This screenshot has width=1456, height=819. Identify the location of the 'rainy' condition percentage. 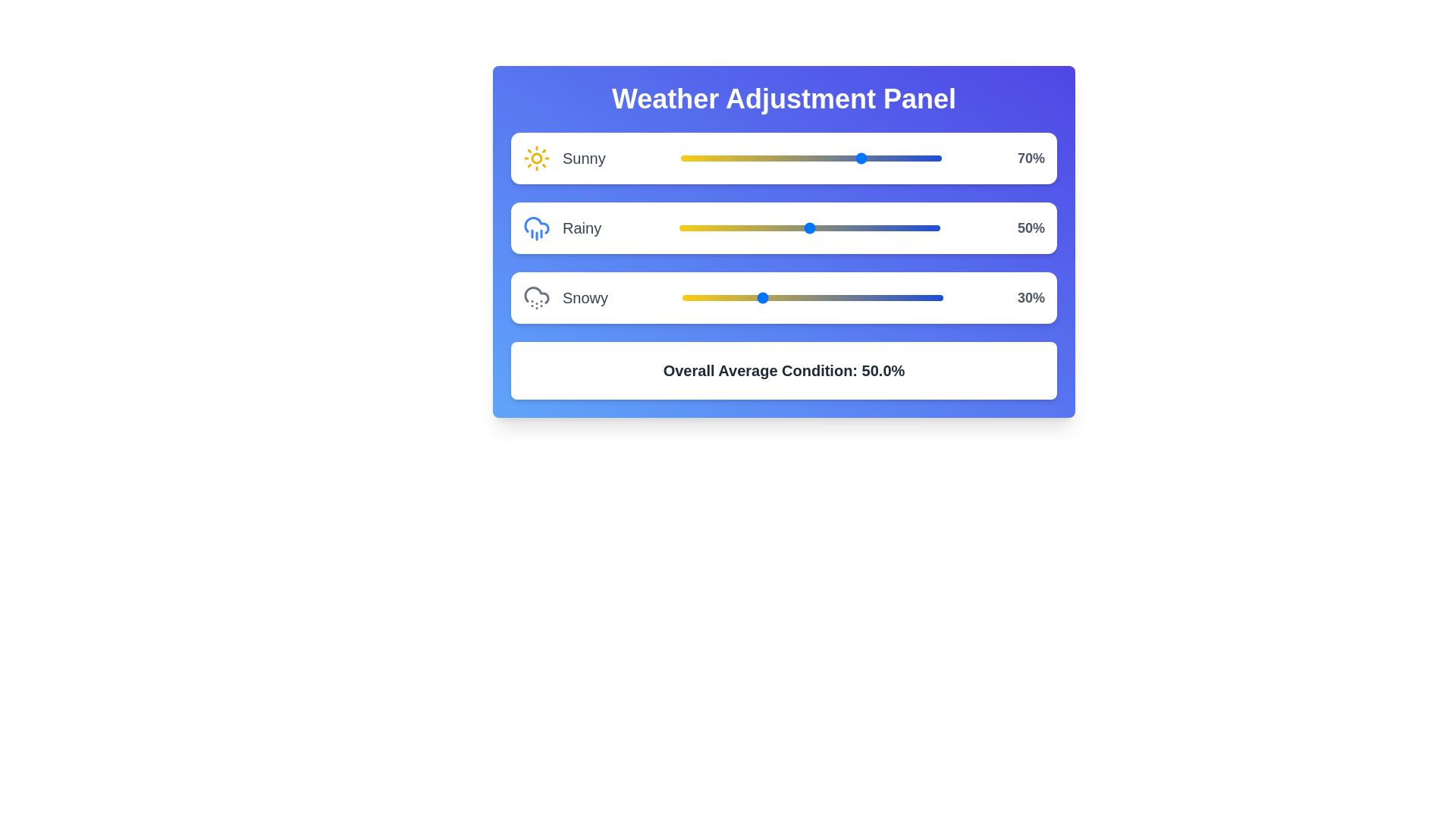
(918, 227).